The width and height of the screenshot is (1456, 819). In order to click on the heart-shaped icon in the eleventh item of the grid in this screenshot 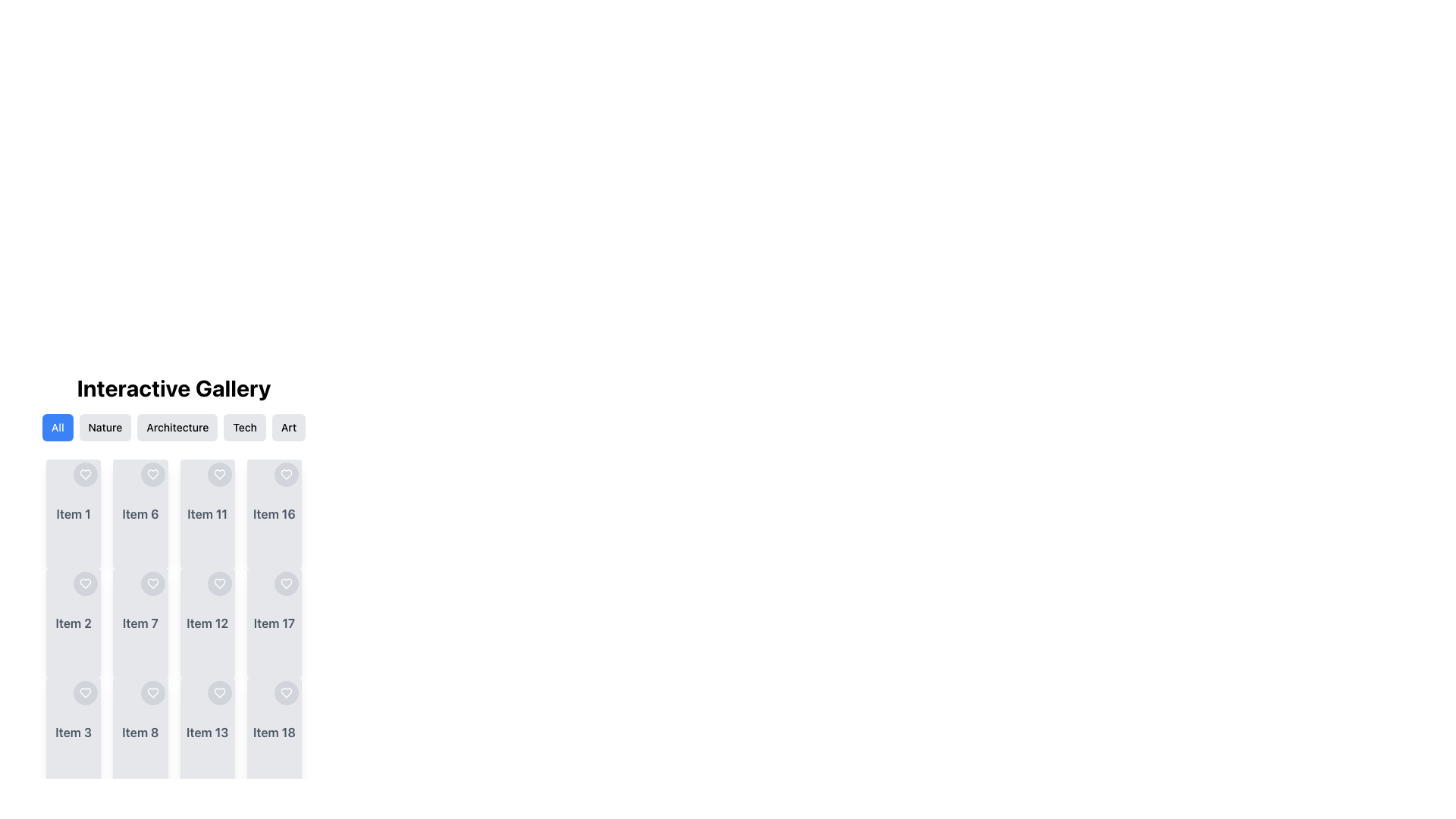, I will do `click(218, 473)`.